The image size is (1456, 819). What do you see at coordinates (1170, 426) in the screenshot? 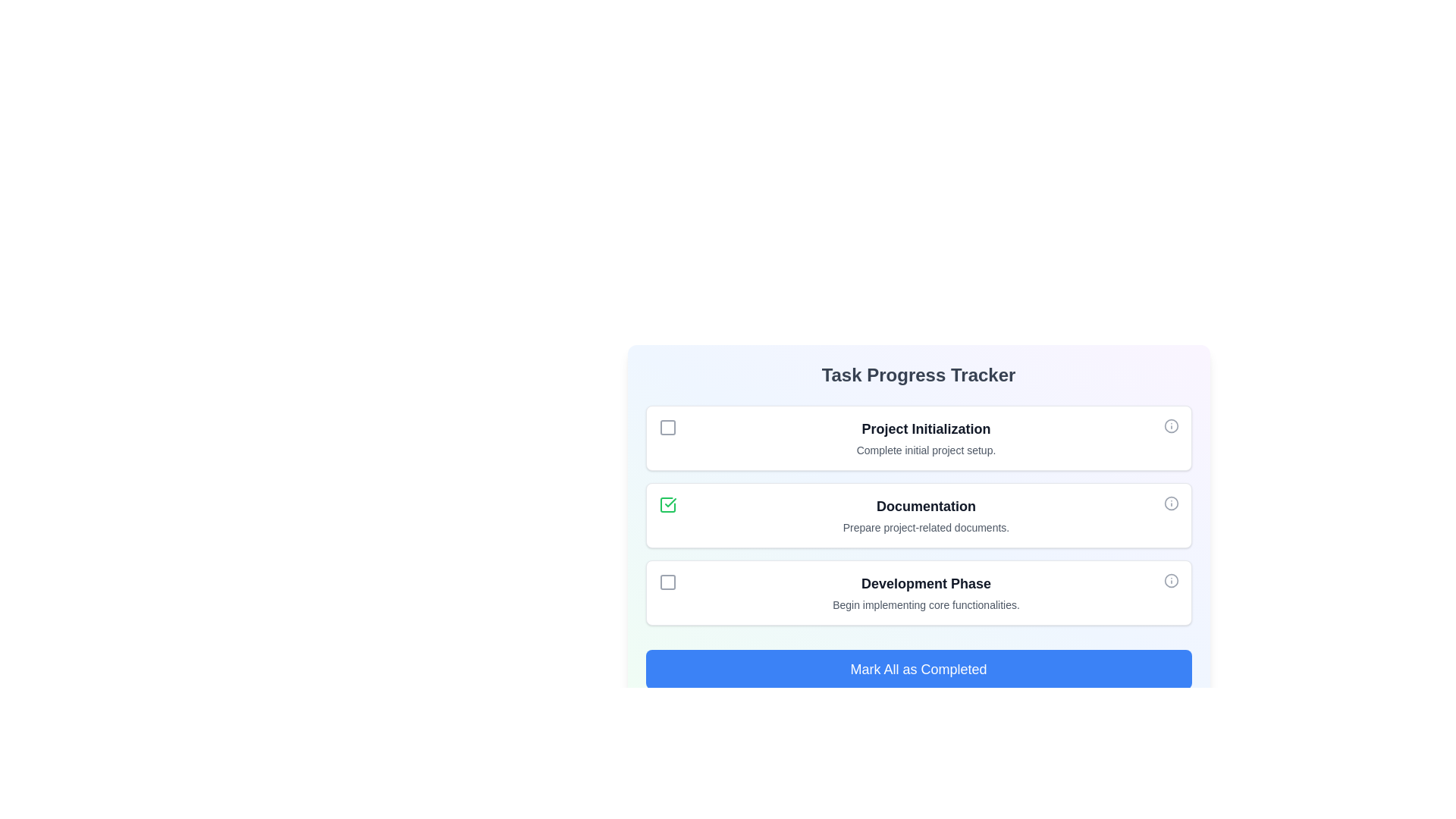
I see `the help icon located at the top-right corner of the 'Project Initialization' card` at bounding box center [1170, 426].